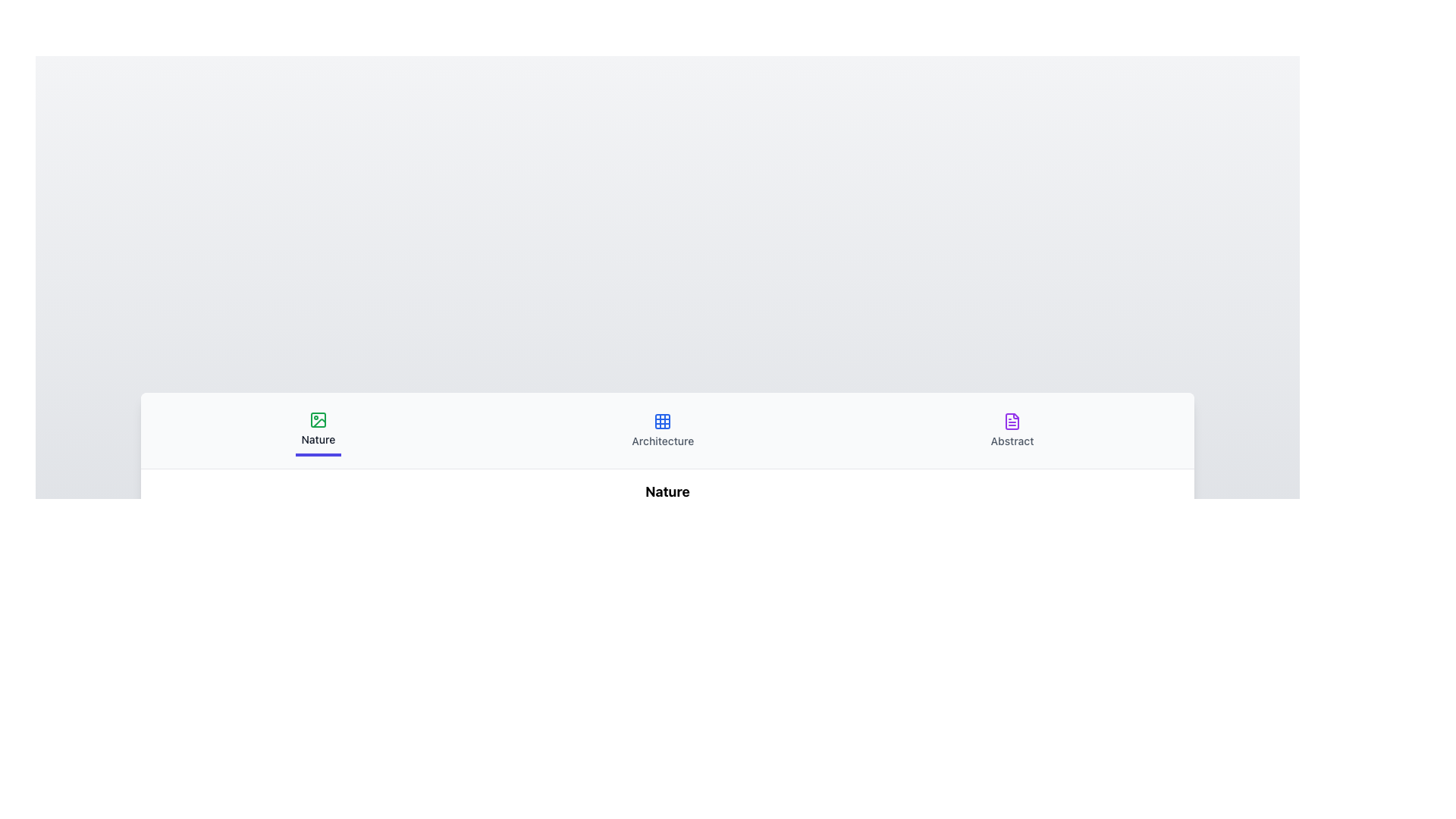 Image resolution: width=1456 pixels, height=819 pixels. I want to click on the text label for 'Architecture', so click(663, 441).